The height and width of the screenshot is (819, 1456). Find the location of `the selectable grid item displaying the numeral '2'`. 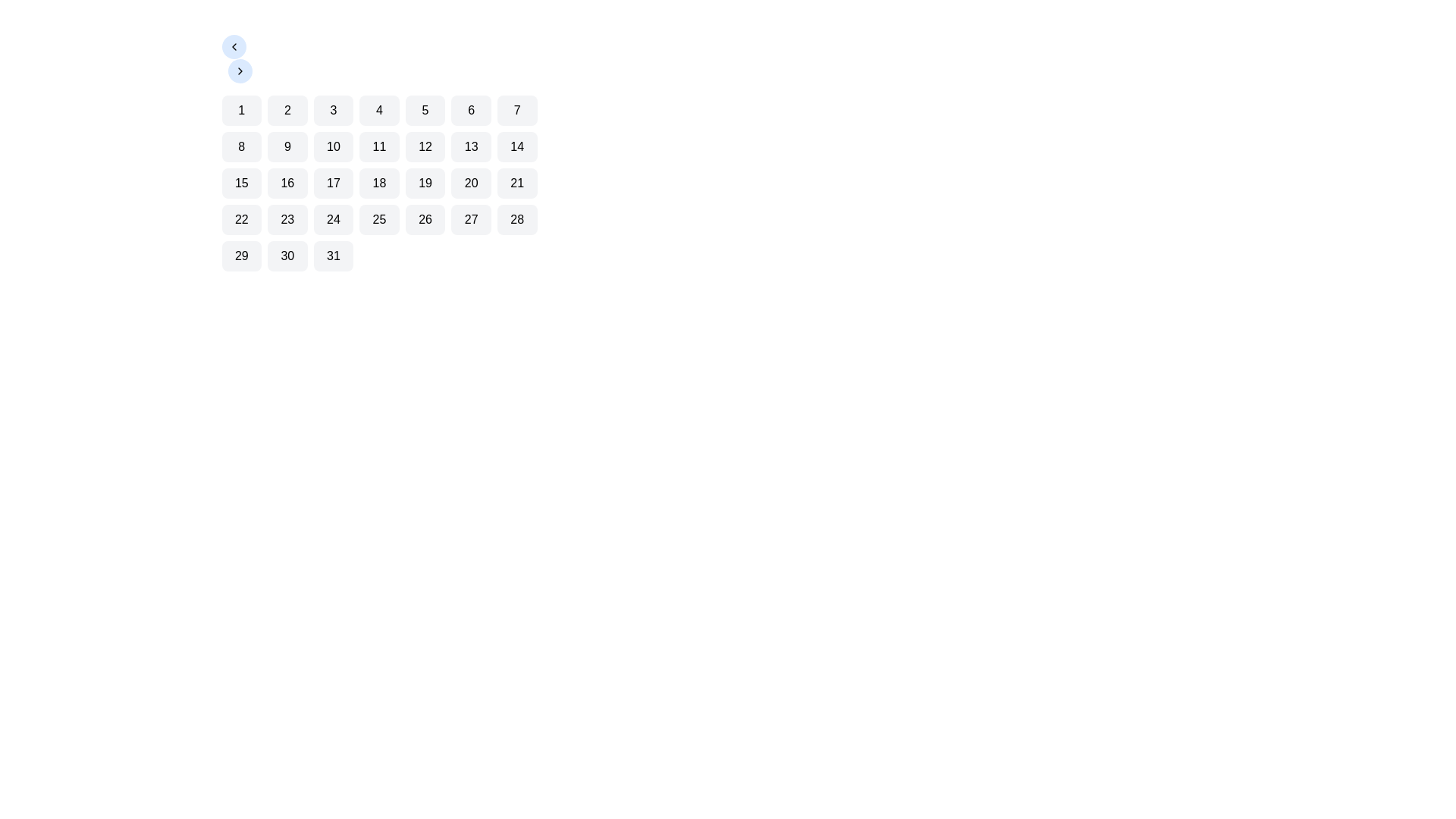

the selectable grid item displaying the numeral '2' is located at coordinates (287, 110).